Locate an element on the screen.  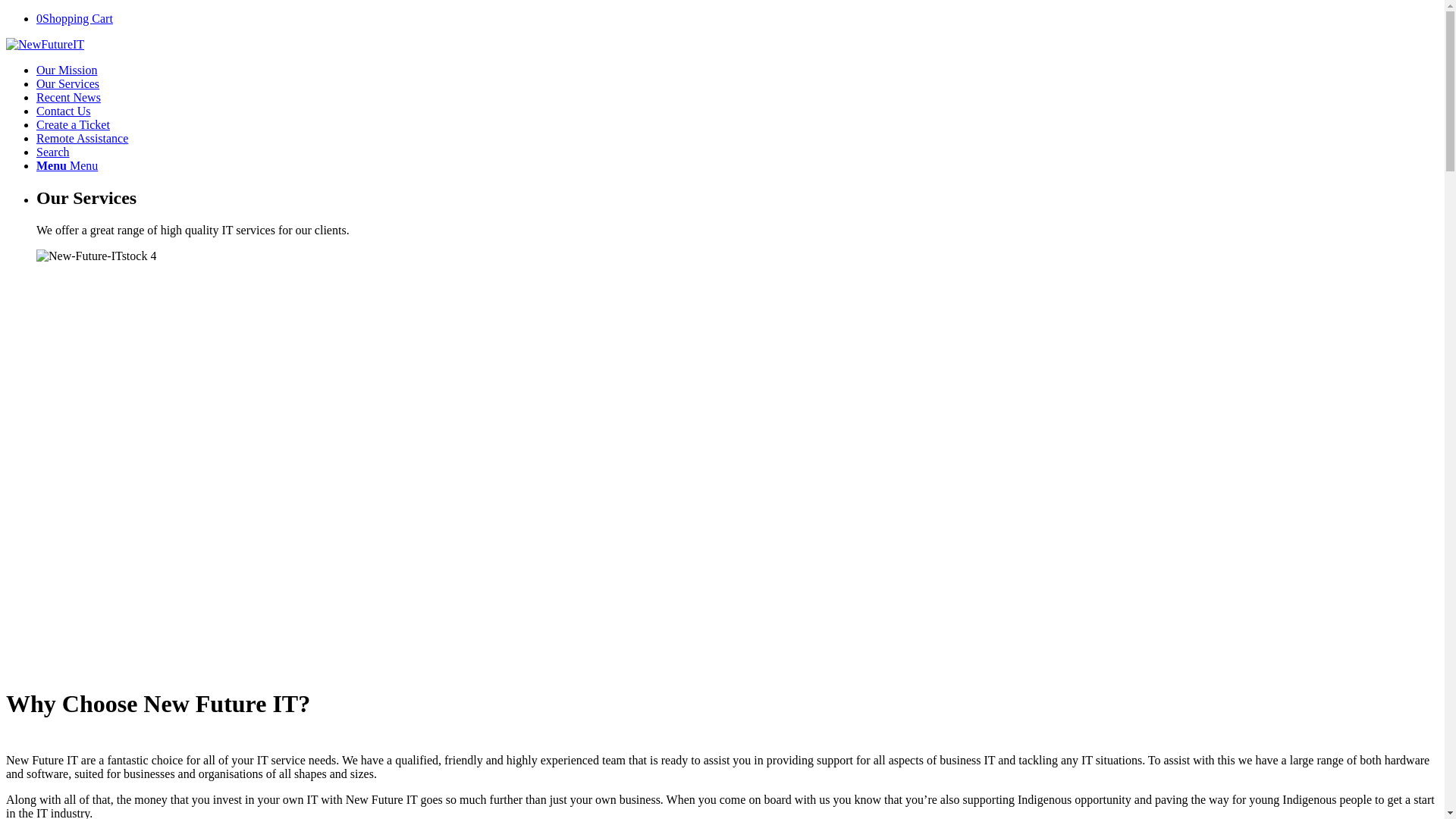
'Remote Assistance' is located at coordinates (36, 138).